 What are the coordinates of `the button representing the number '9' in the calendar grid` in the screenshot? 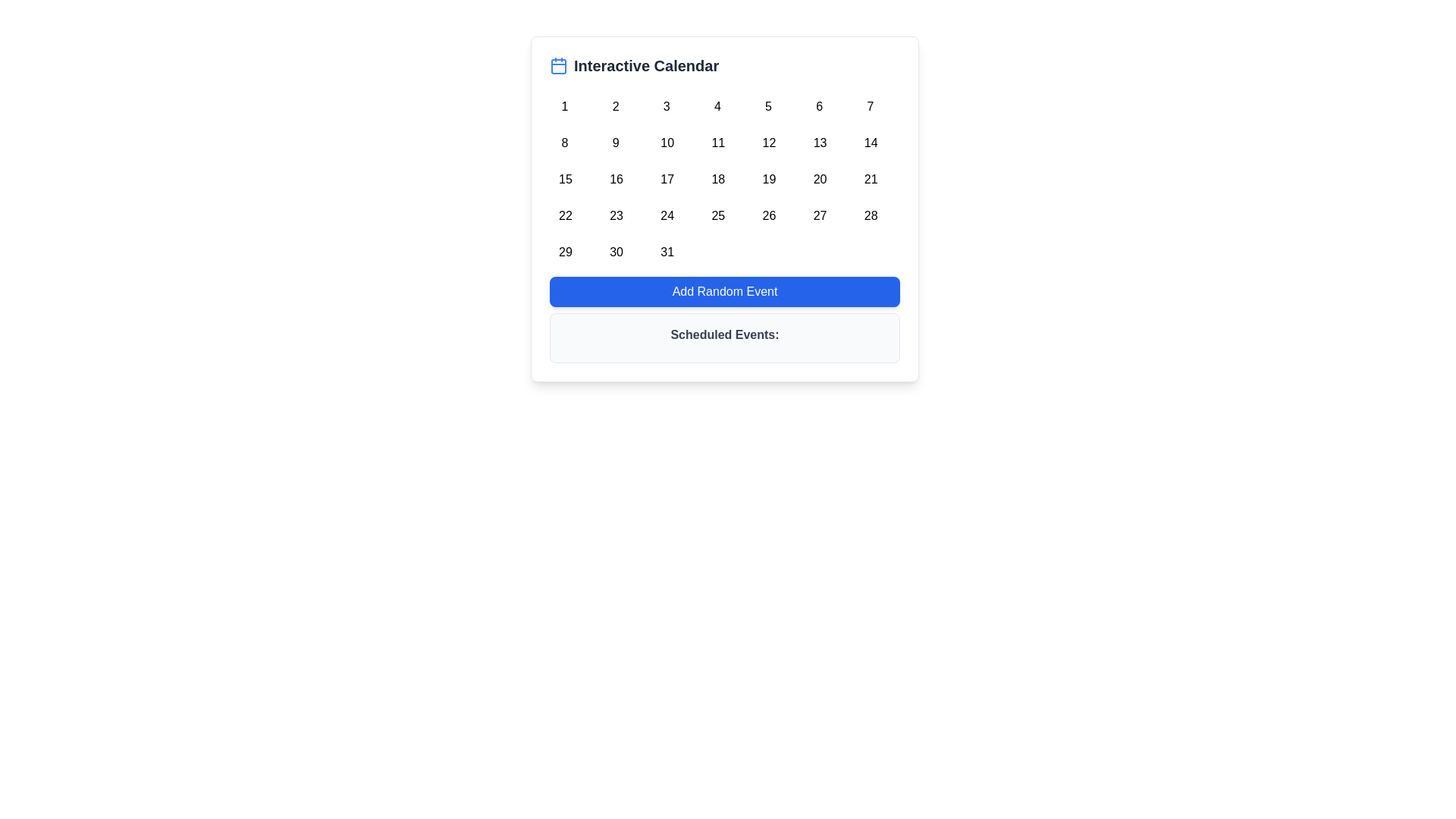 It's located at (615, 140).